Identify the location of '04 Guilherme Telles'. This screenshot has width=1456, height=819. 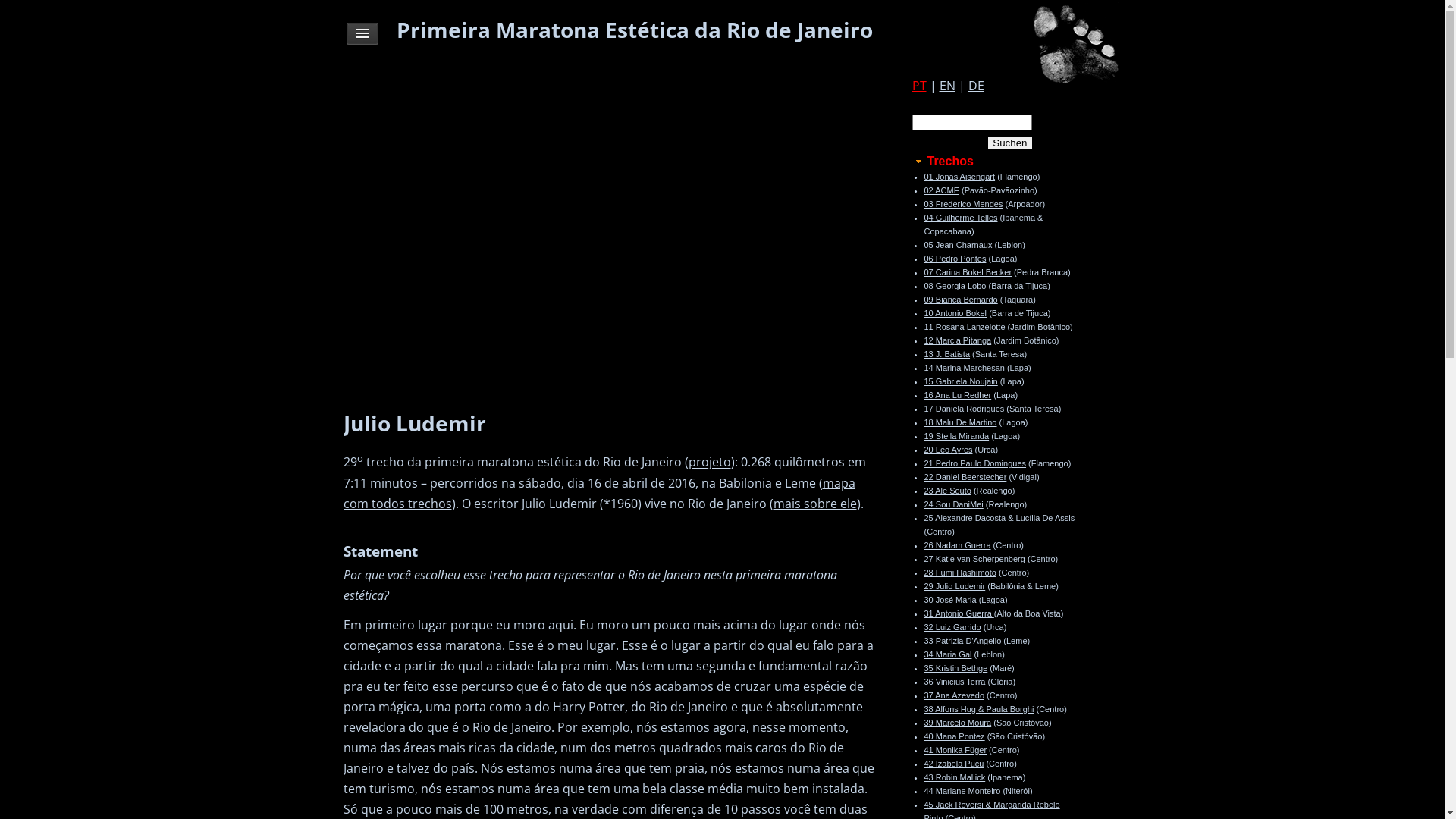
(959, 217).